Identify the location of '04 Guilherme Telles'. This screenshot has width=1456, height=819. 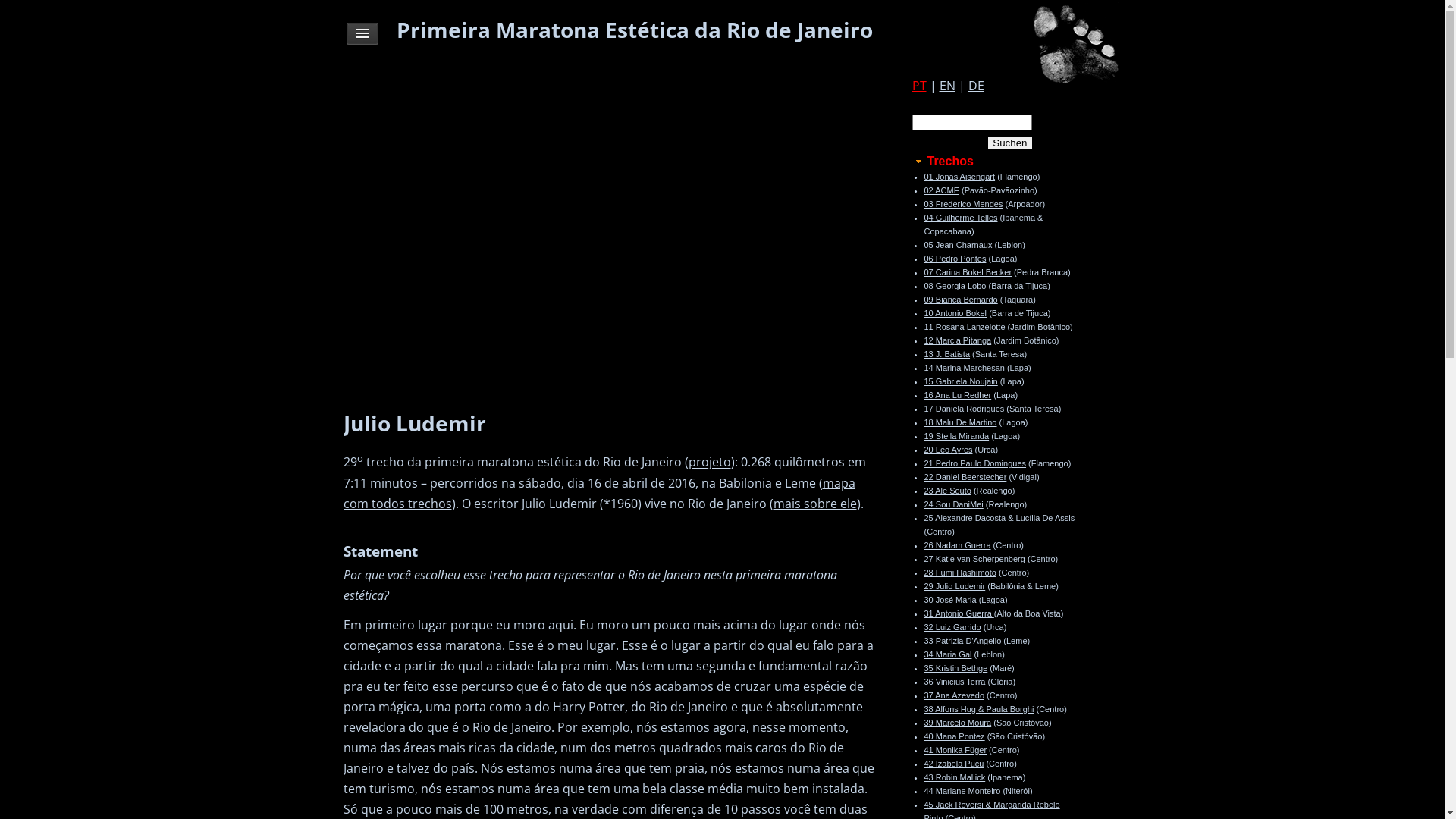
(959, 217).